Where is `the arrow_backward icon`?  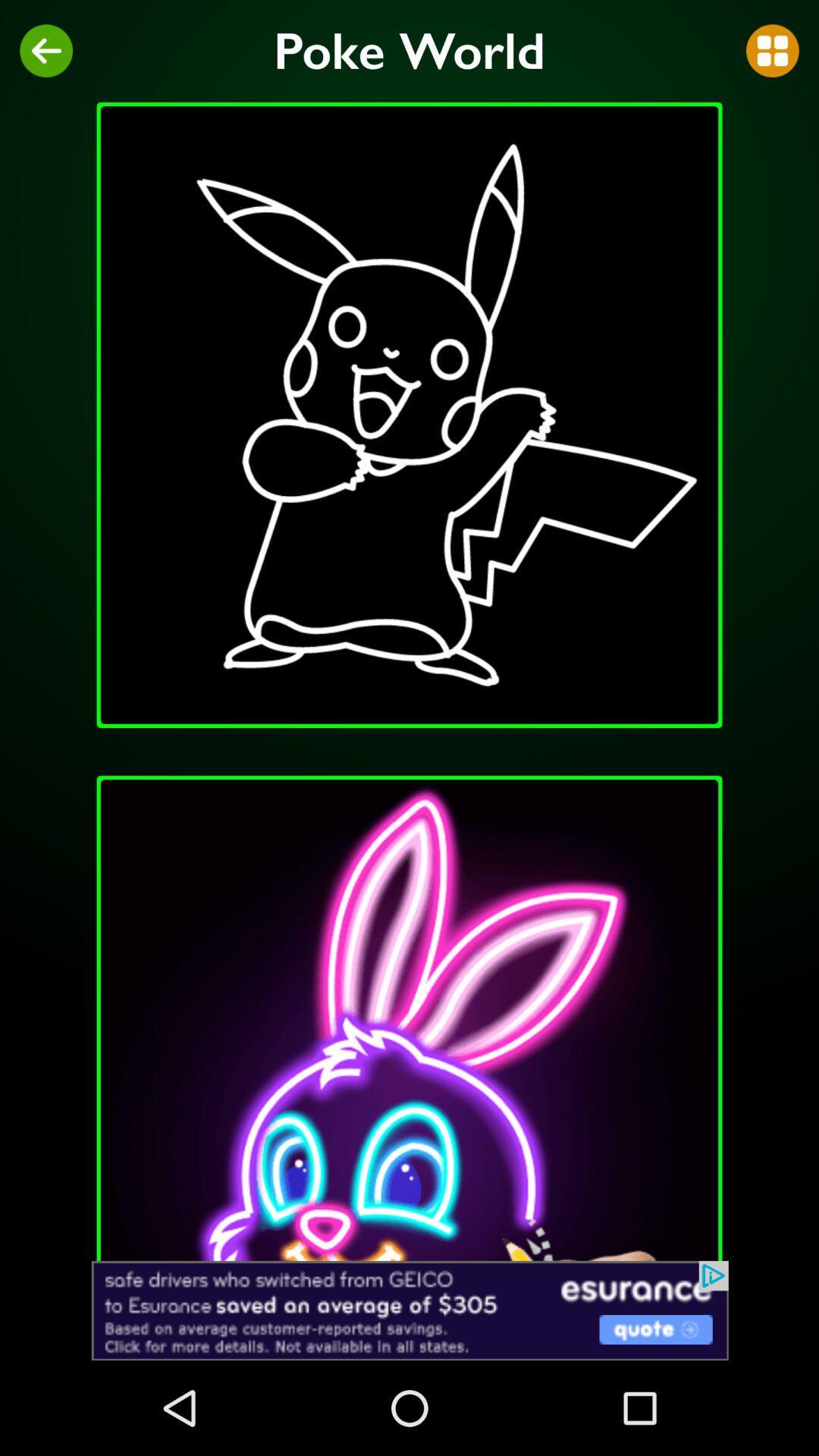 the arrow_backward icon is located at coordinates (45, 51).